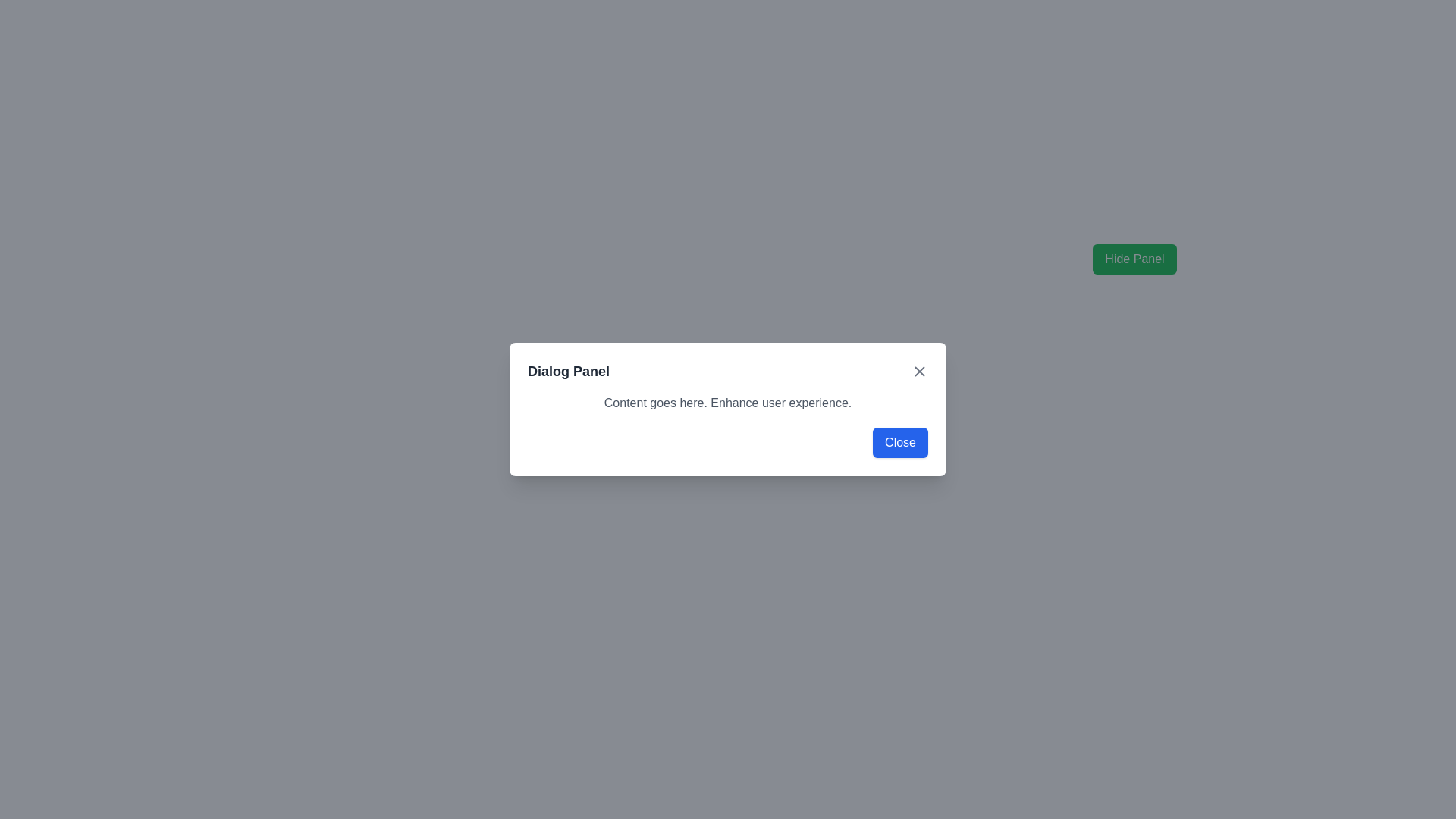 The height and width of the screenshot is (819, 1456). Describe the element at coordinates (919, 371) in the screenshot. I see `the Close Icon located in the top-right corner of the 'Dialog Panel' modal dialog box` at that location.